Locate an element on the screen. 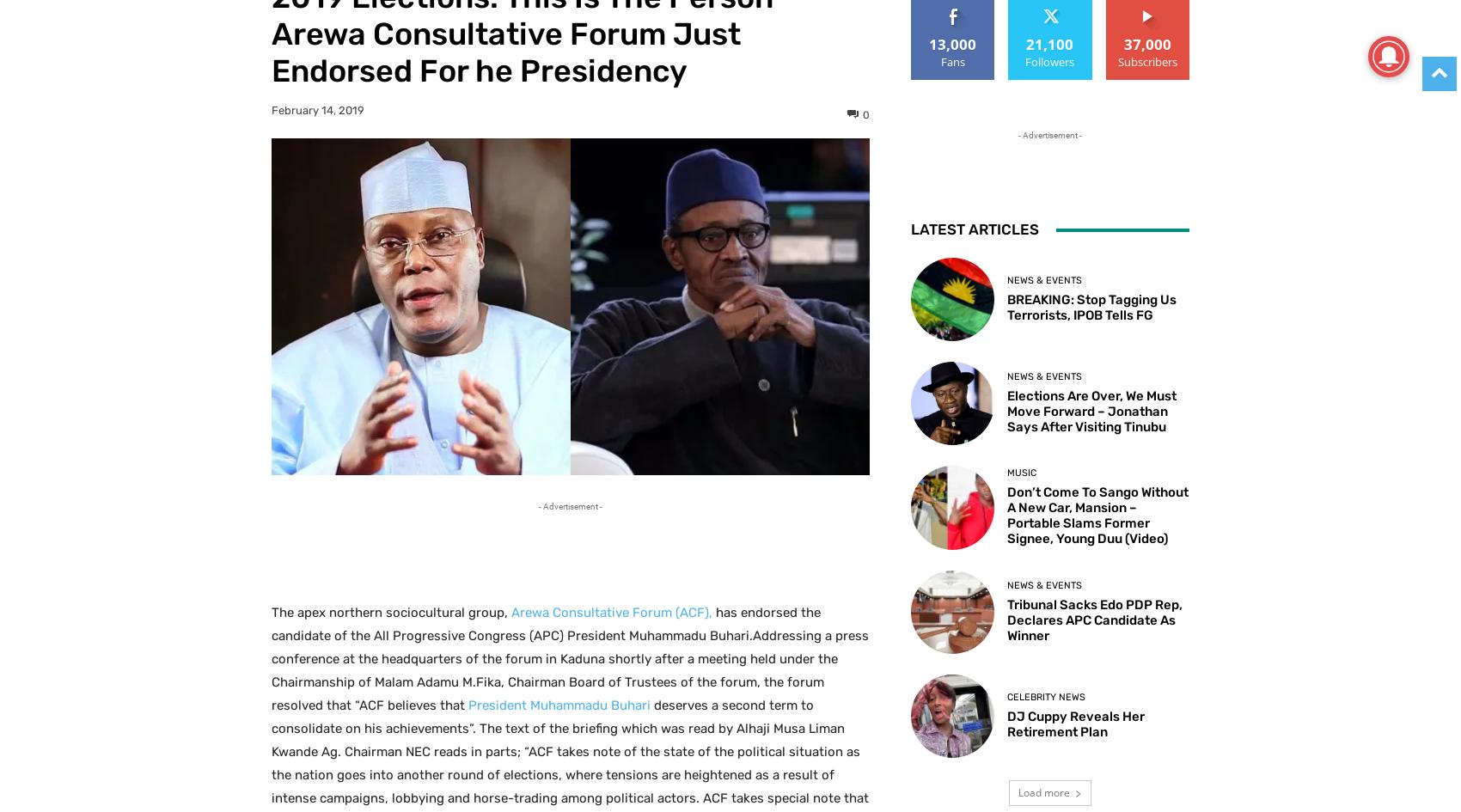 This screenshot has width=1461, height=812. 'Followers' is located at coordinates (1048, 61).